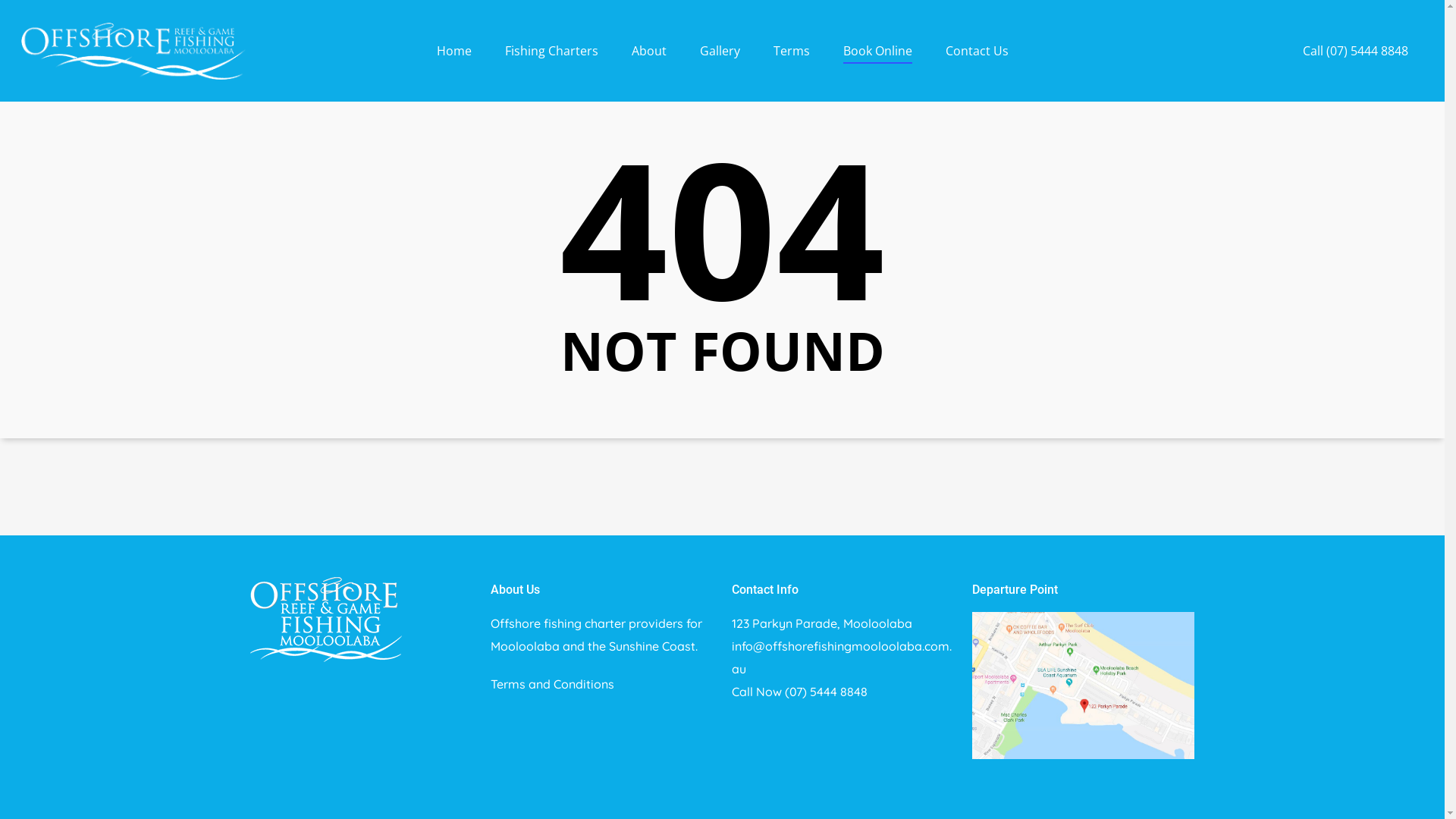 The height and width of the screenshot is (819, 1456). What do you see at coordinates (718, 61) in the screenshot?
I see `'Gallery'` at bounding box center [718, 61].